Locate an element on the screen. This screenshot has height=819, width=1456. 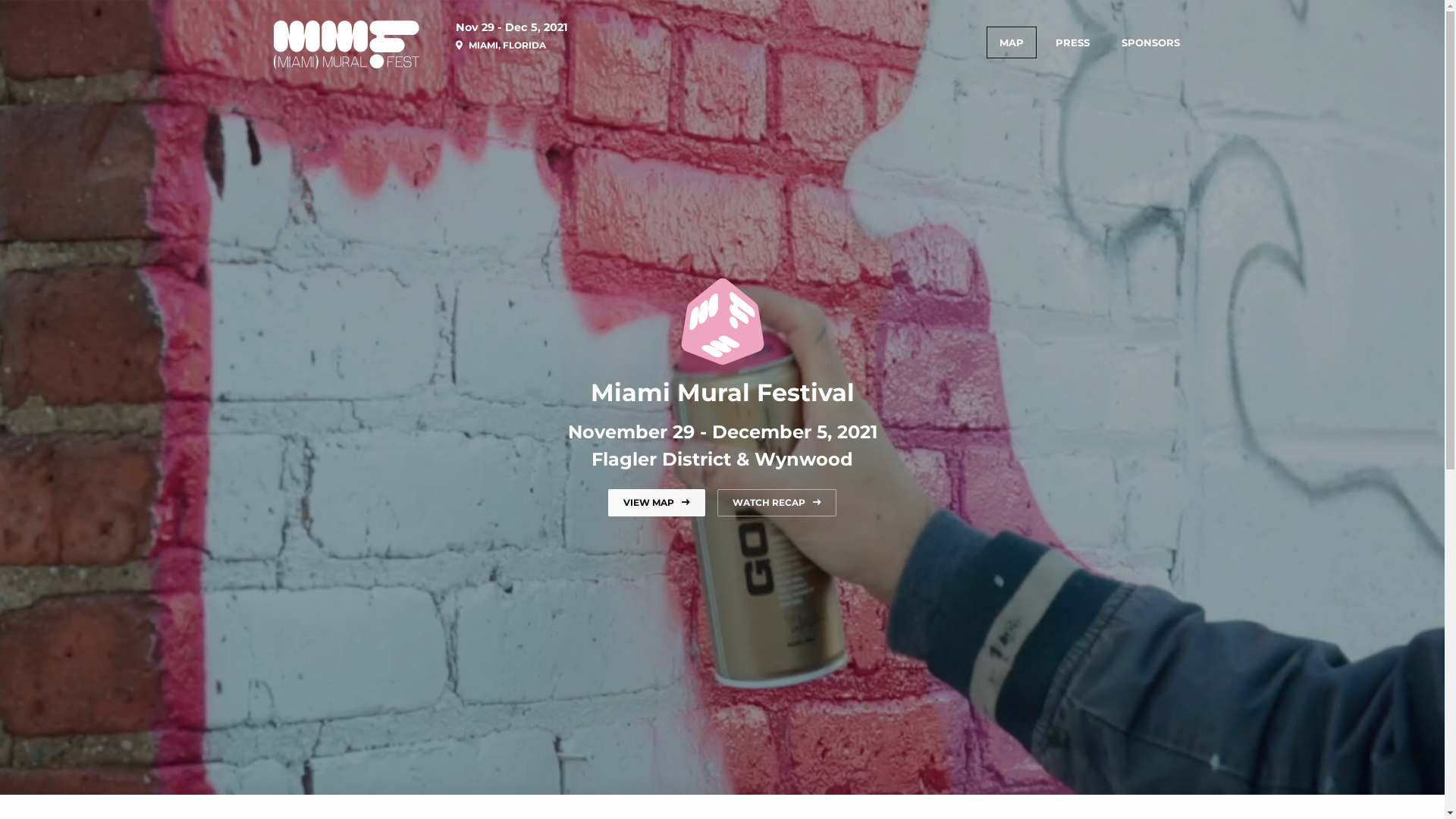
'VIEW MAP' is located at coordinates (656, 503).